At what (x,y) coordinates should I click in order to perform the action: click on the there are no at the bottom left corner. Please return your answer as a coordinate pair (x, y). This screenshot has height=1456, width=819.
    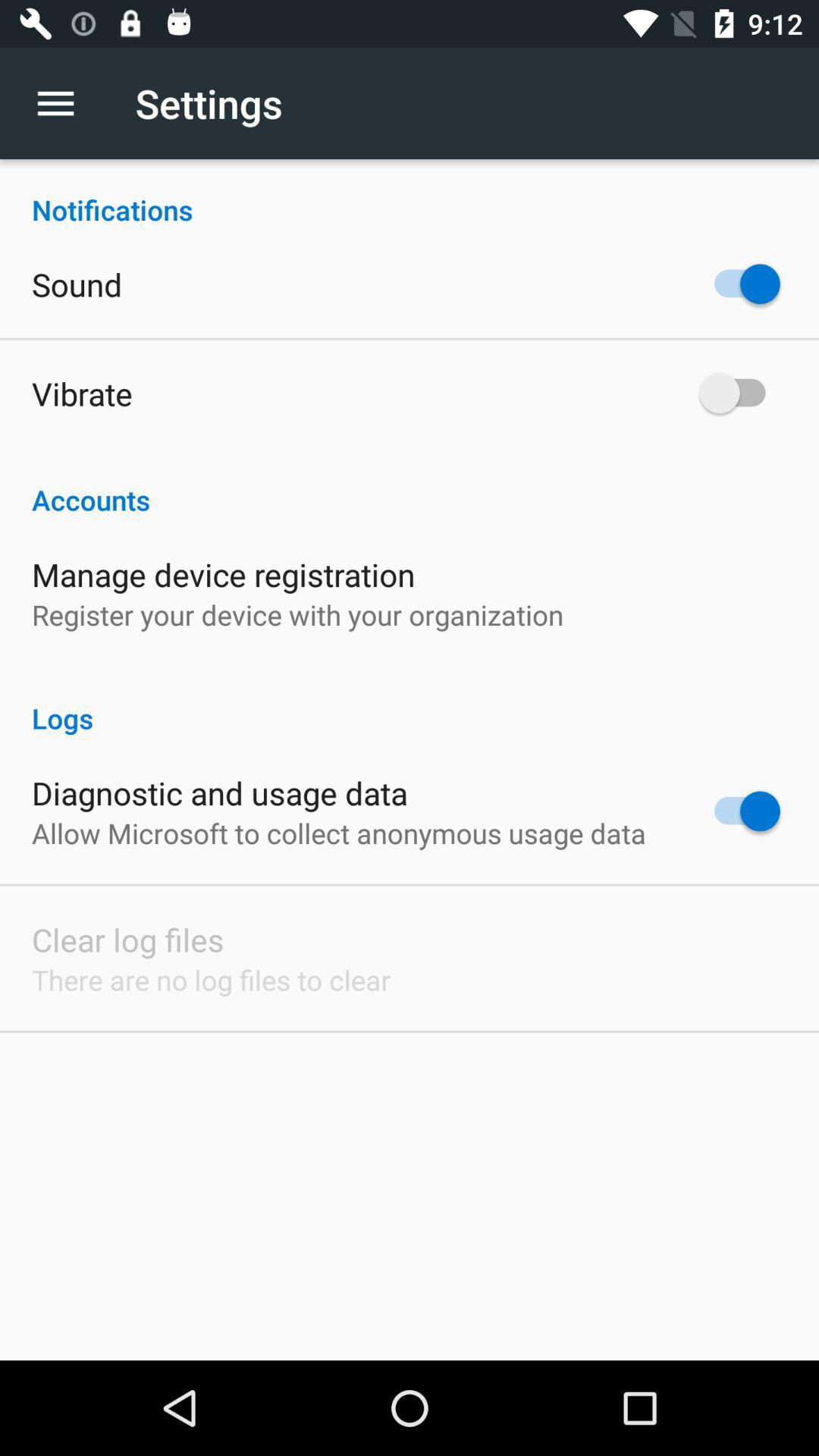
    Looking at the image, I should click on (211, 980).